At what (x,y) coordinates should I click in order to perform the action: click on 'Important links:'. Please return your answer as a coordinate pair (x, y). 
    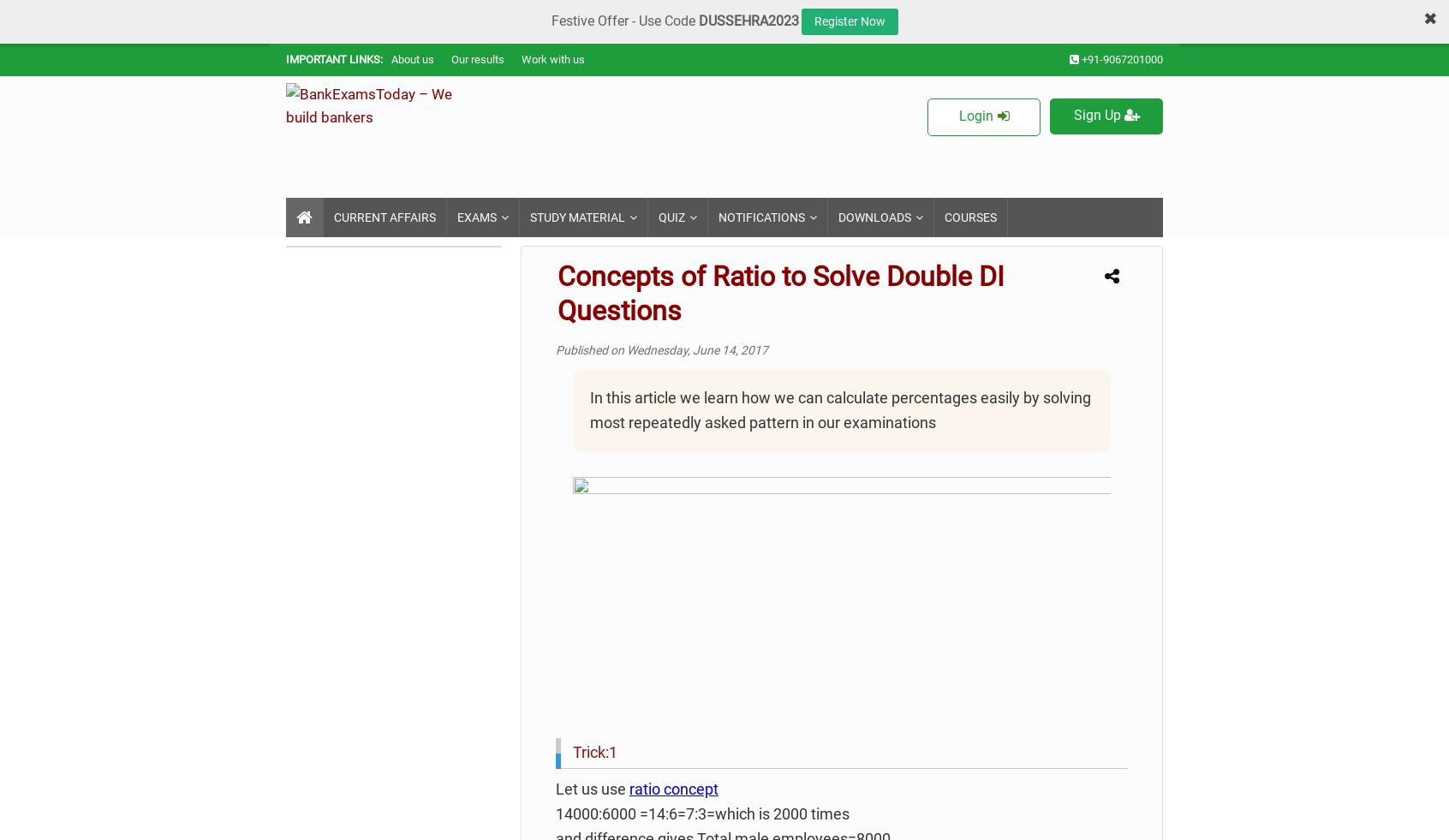
    Looking at the image, I should click on (334, 58).